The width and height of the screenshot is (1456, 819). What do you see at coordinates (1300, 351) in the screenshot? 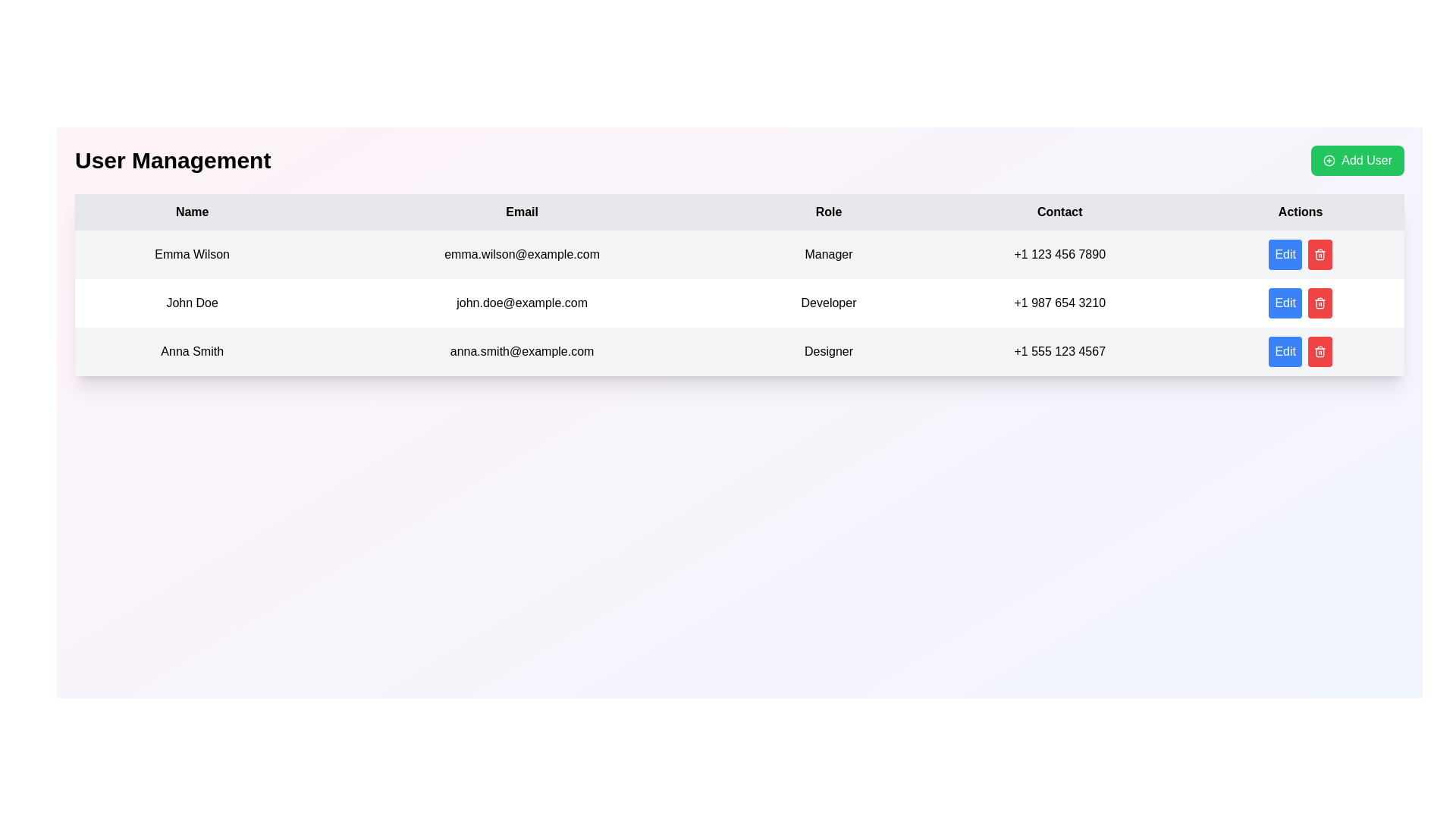
I see `the 'Edit' button with a blue background and white text located in the 'Actions' column for user 'Anna Smith' to observe the hover effect` at bounding box center [1300, 351].